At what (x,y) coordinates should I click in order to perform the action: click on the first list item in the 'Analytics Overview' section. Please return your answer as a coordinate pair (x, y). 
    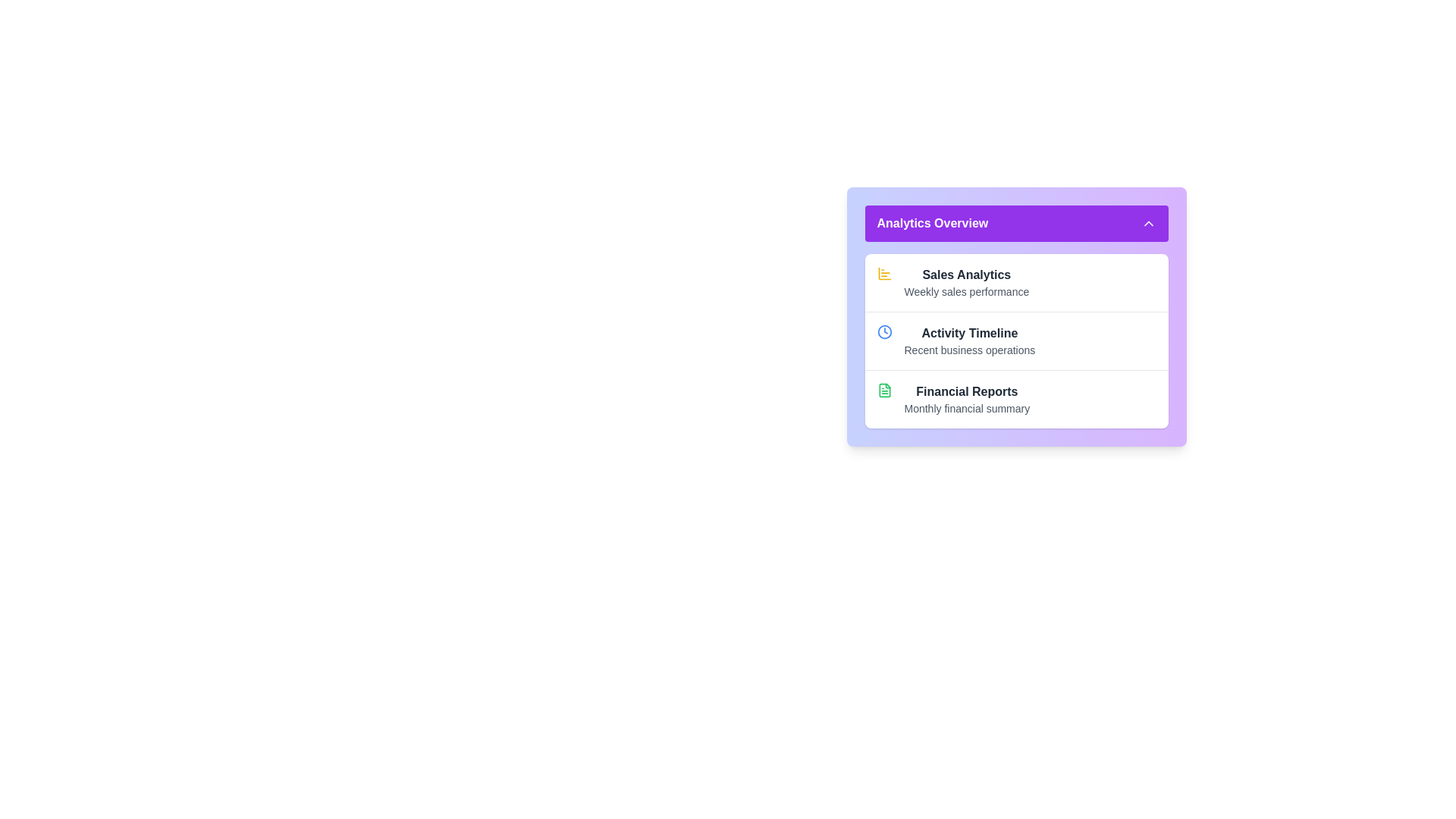
    Looking at the image, I should click on (1016, 283).